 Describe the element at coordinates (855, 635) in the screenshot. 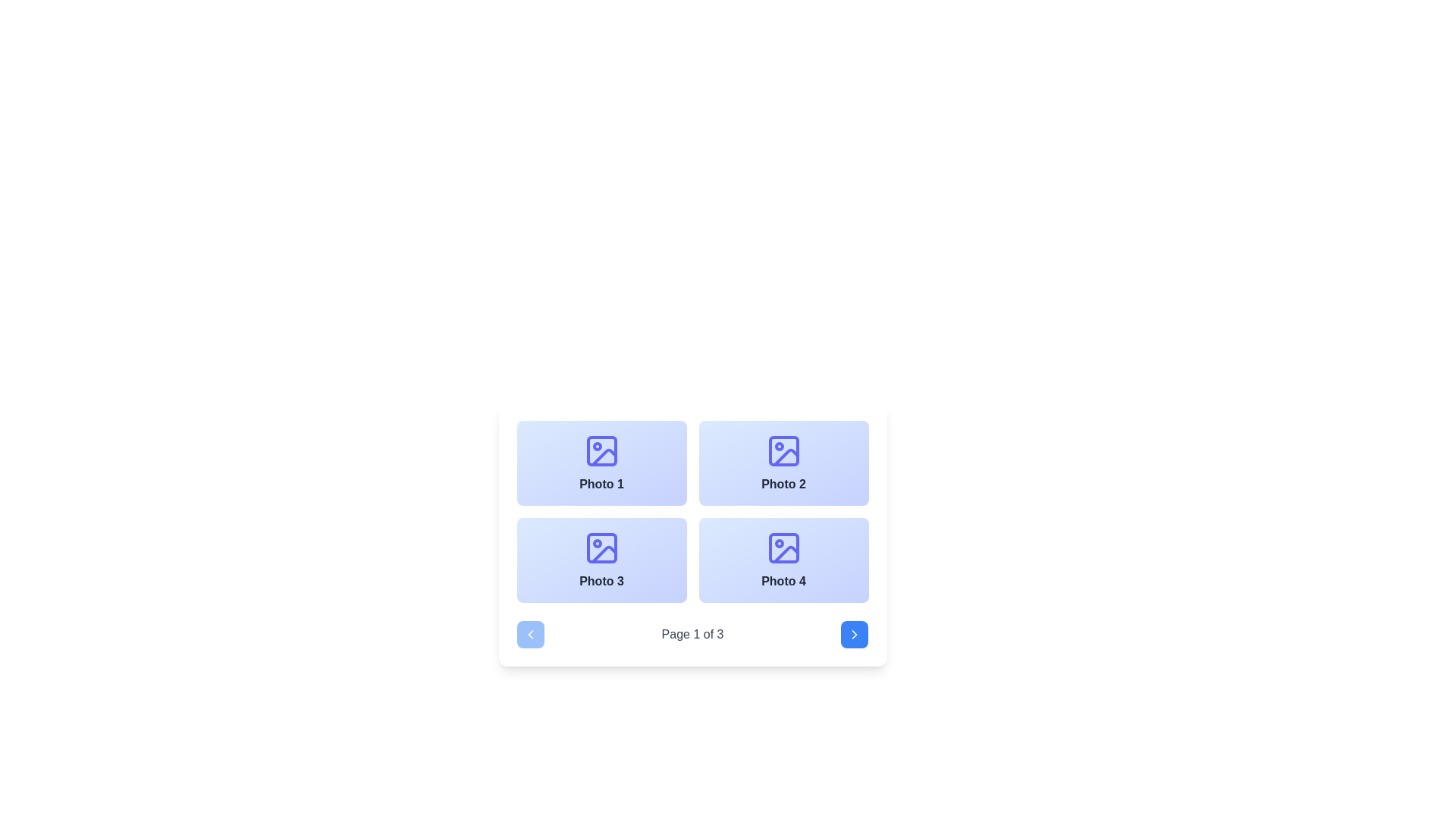

I see `the chevron icon located in the bottom-right corner of the interface` at that location.